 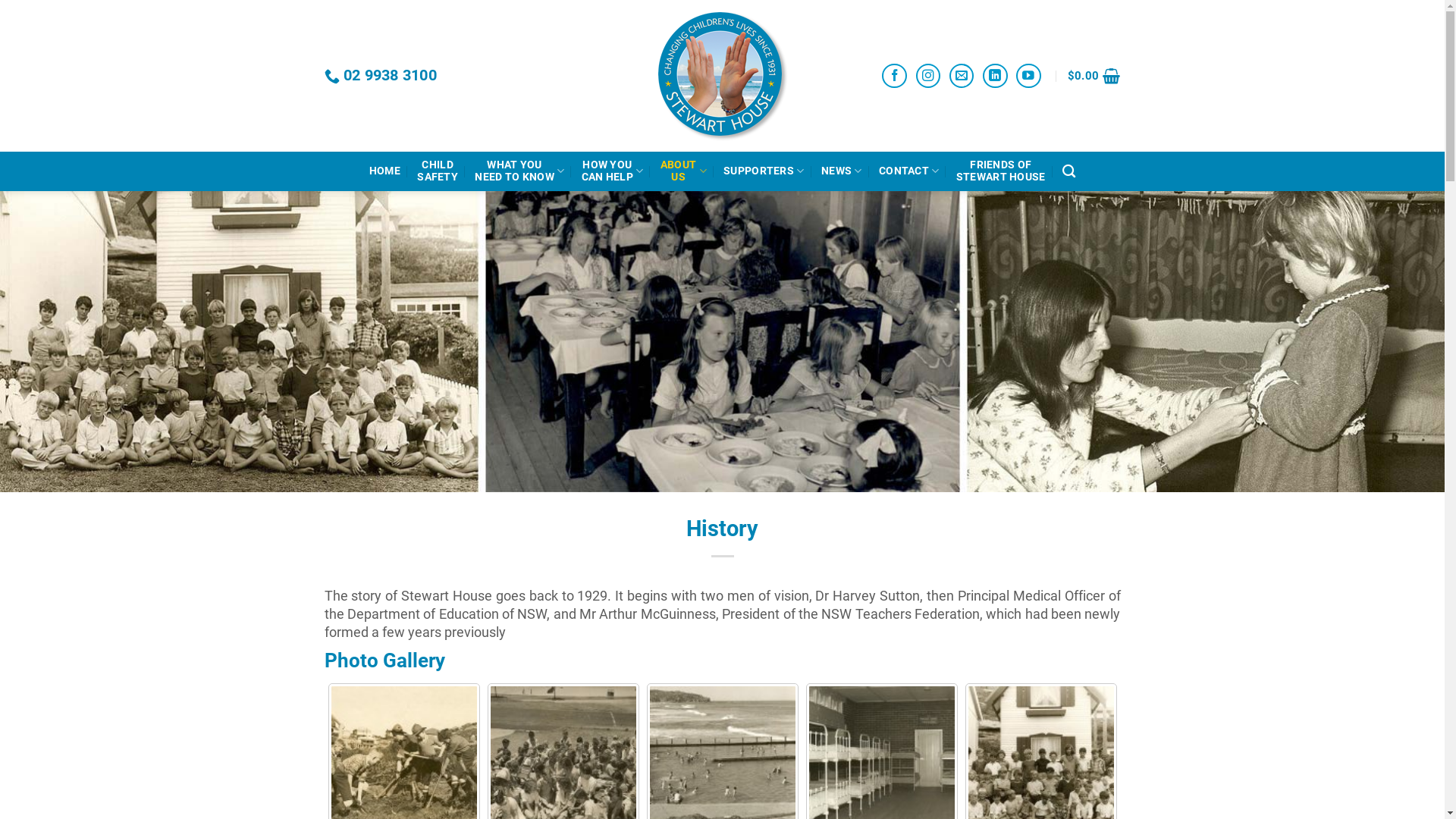 What do you see at coordinates (1094, 76) in the screenshot?
I see `'$0.00'` at bounding box center [1094, 76].